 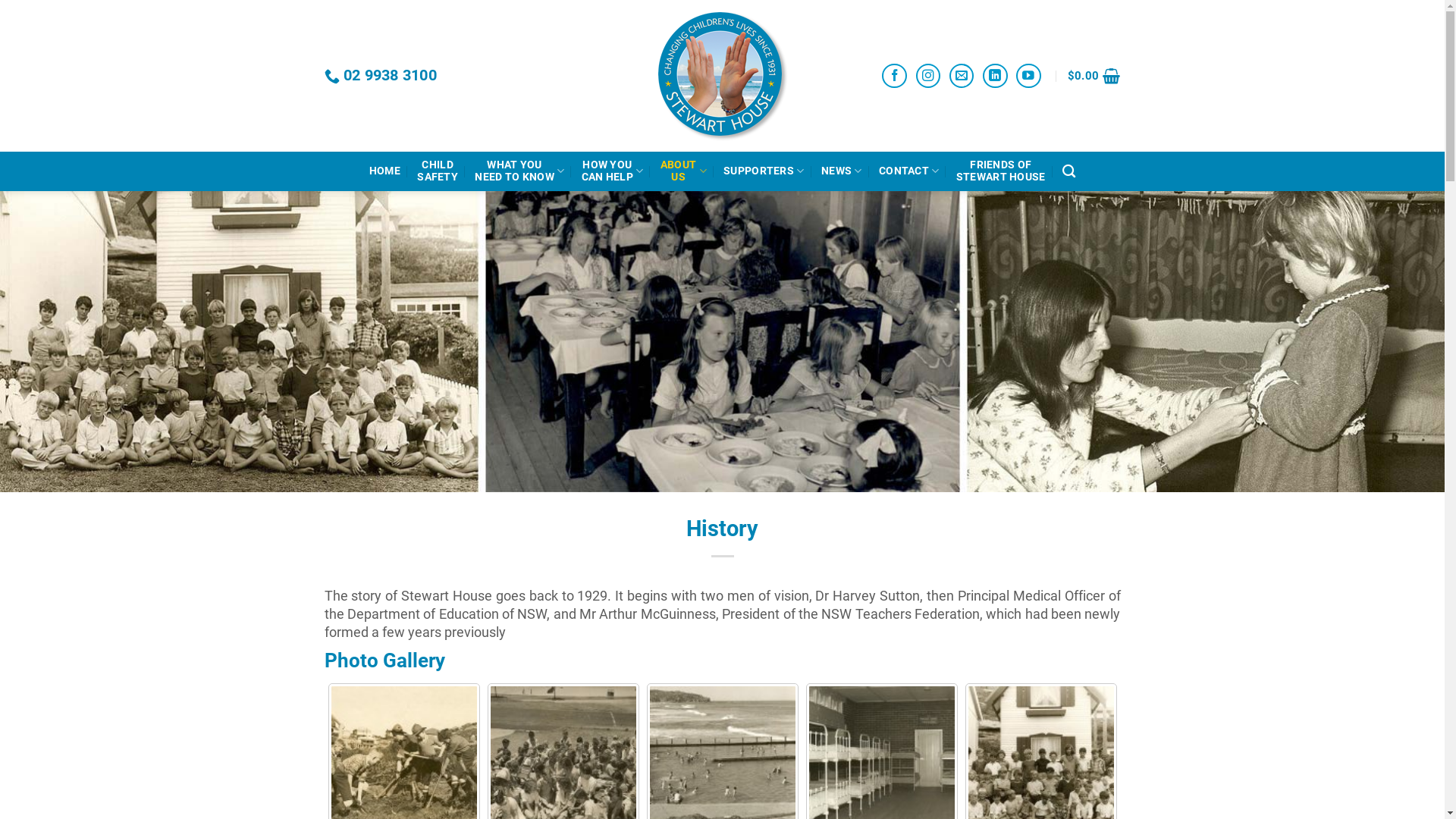 What do you see at coordinates (1094, 76) in the screenshot?
I see `'$0.00'` at bounding box center [1094, 76].